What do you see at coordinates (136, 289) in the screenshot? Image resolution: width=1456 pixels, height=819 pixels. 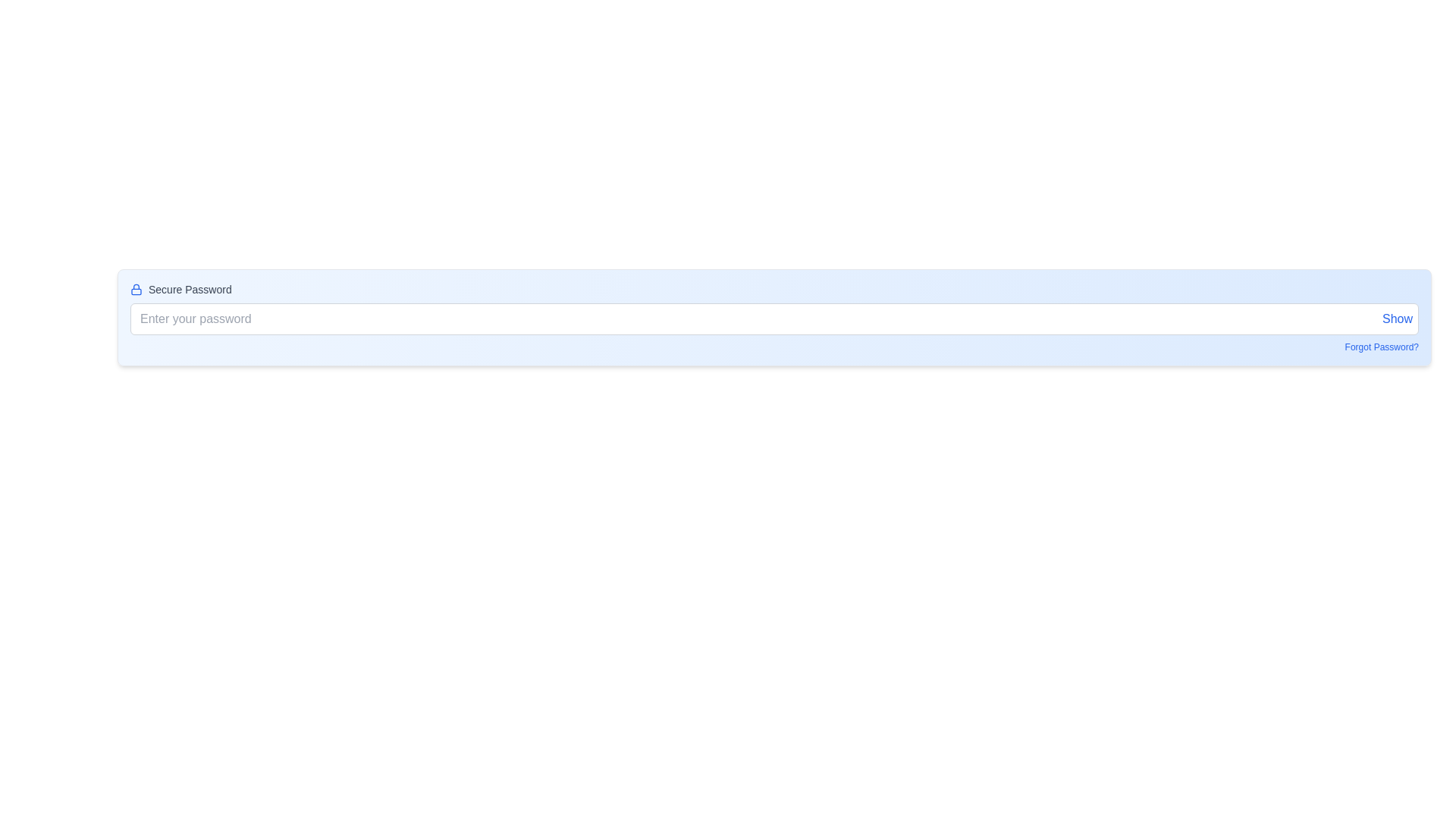 I see `the blue padlock icon located to the left of the 'Secure Password' text label` at bounding box center [136, 289].